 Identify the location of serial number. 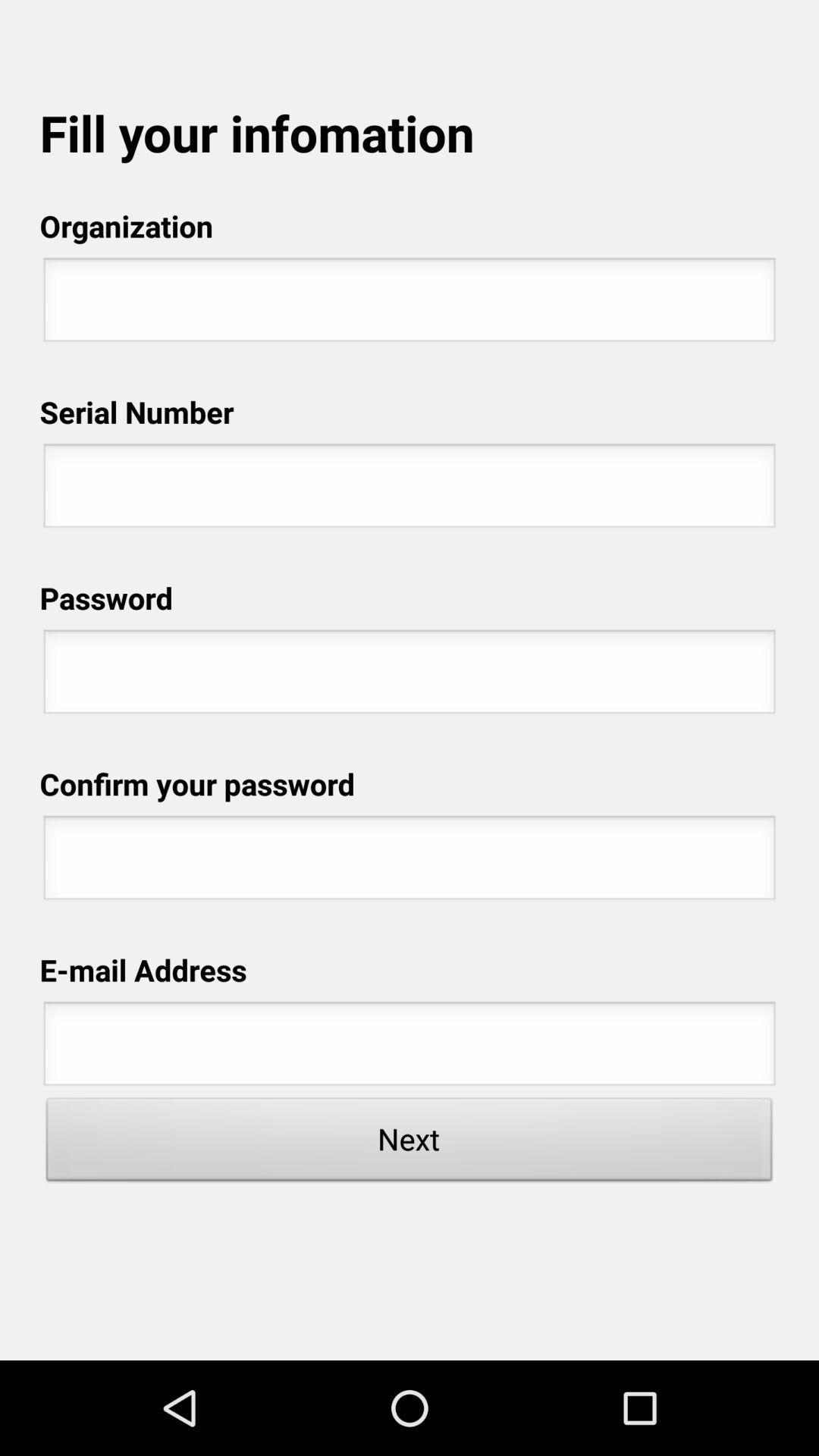
(409, 490).